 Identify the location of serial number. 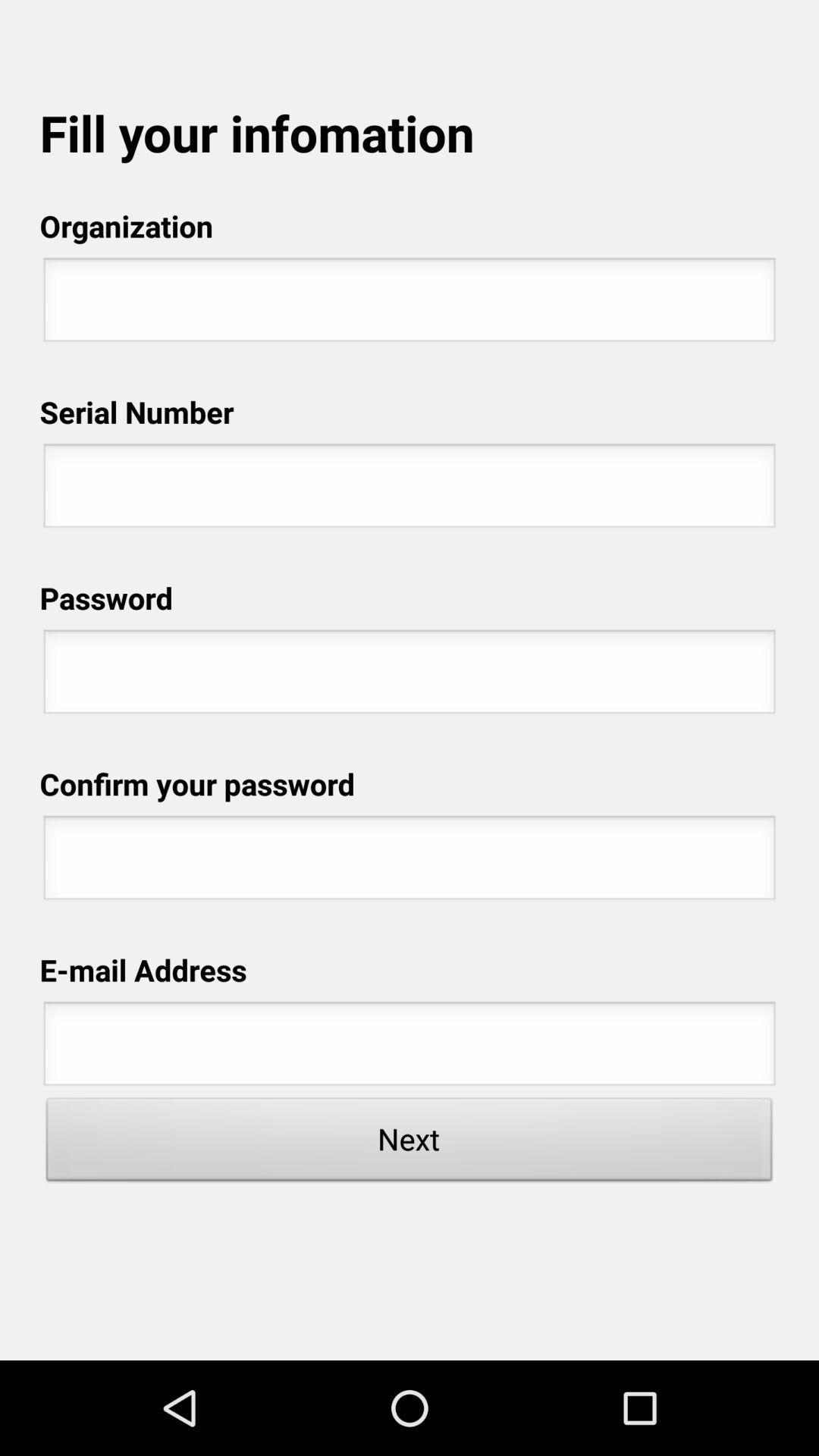
(409, 490).